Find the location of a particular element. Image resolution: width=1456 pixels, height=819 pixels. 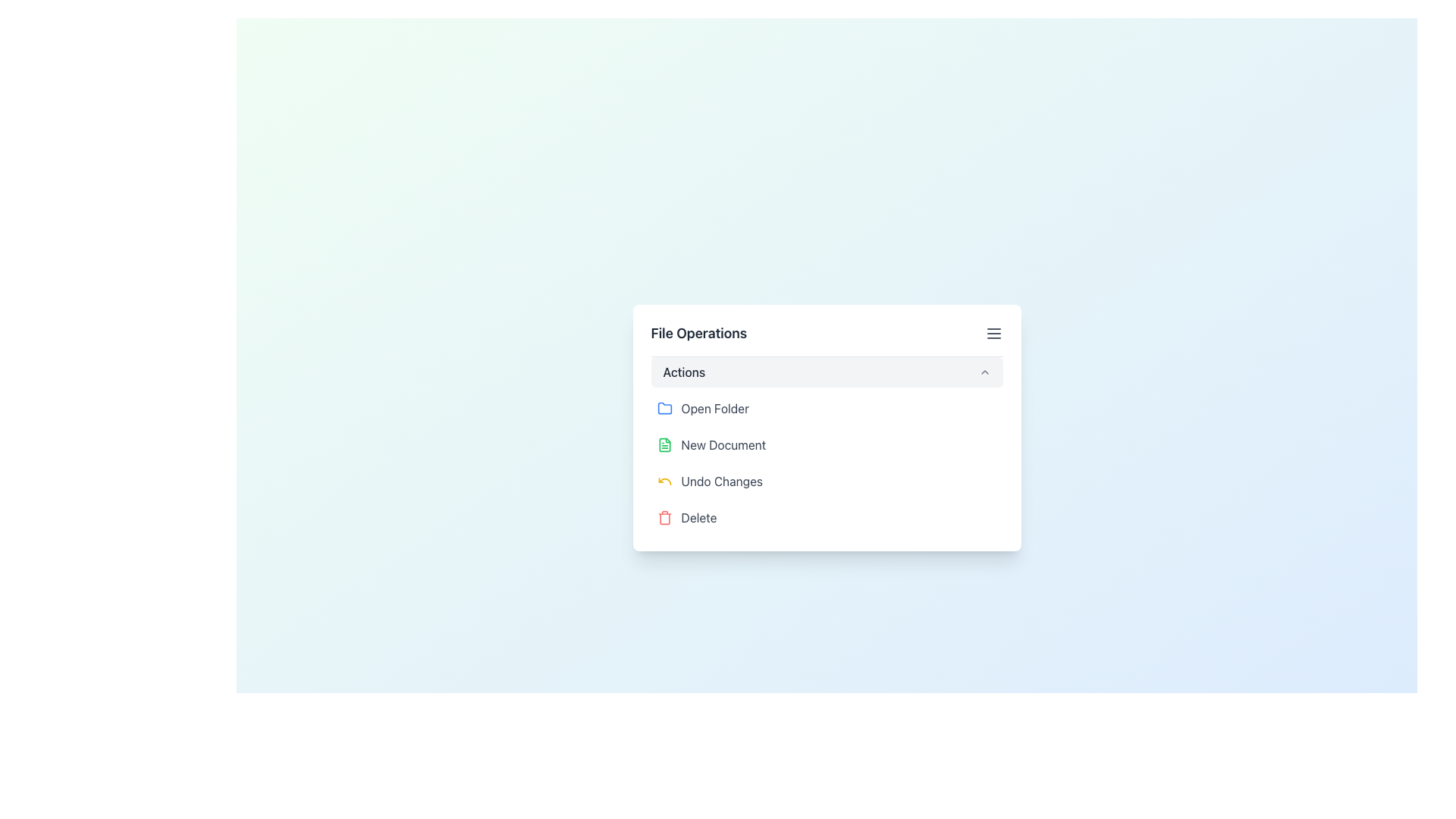

the green file document icon located in the second position under 'Actions' in the 'File Operations' menu is located at coordinates (664, 444).